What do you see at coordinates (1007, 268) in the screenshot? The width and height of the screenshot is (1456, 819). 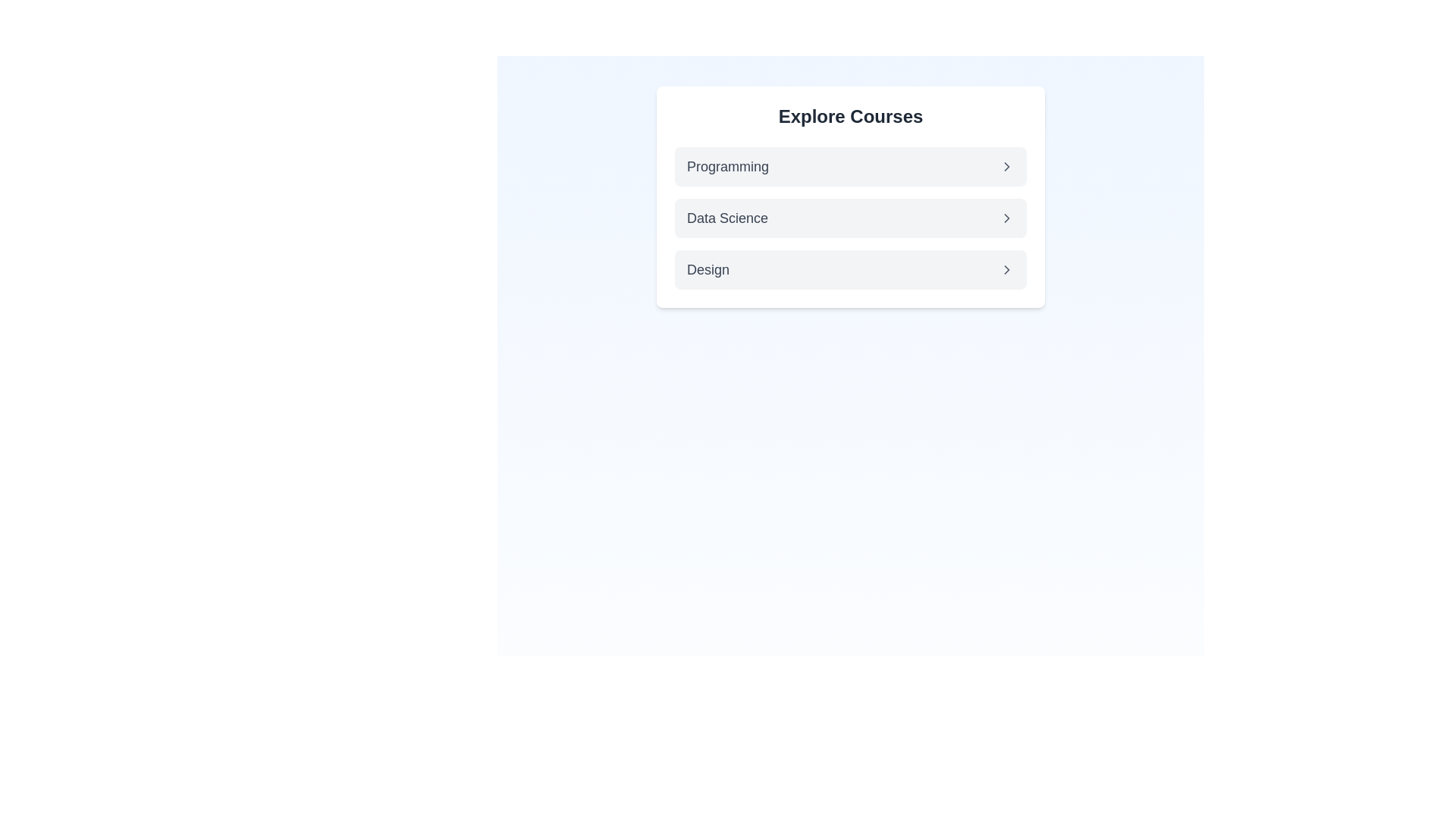 I see `the chevron icon that indicates the 'Design' menu item, which is the third icon in a vertical sequence of similar icons` at bounding box center [1007, 268].